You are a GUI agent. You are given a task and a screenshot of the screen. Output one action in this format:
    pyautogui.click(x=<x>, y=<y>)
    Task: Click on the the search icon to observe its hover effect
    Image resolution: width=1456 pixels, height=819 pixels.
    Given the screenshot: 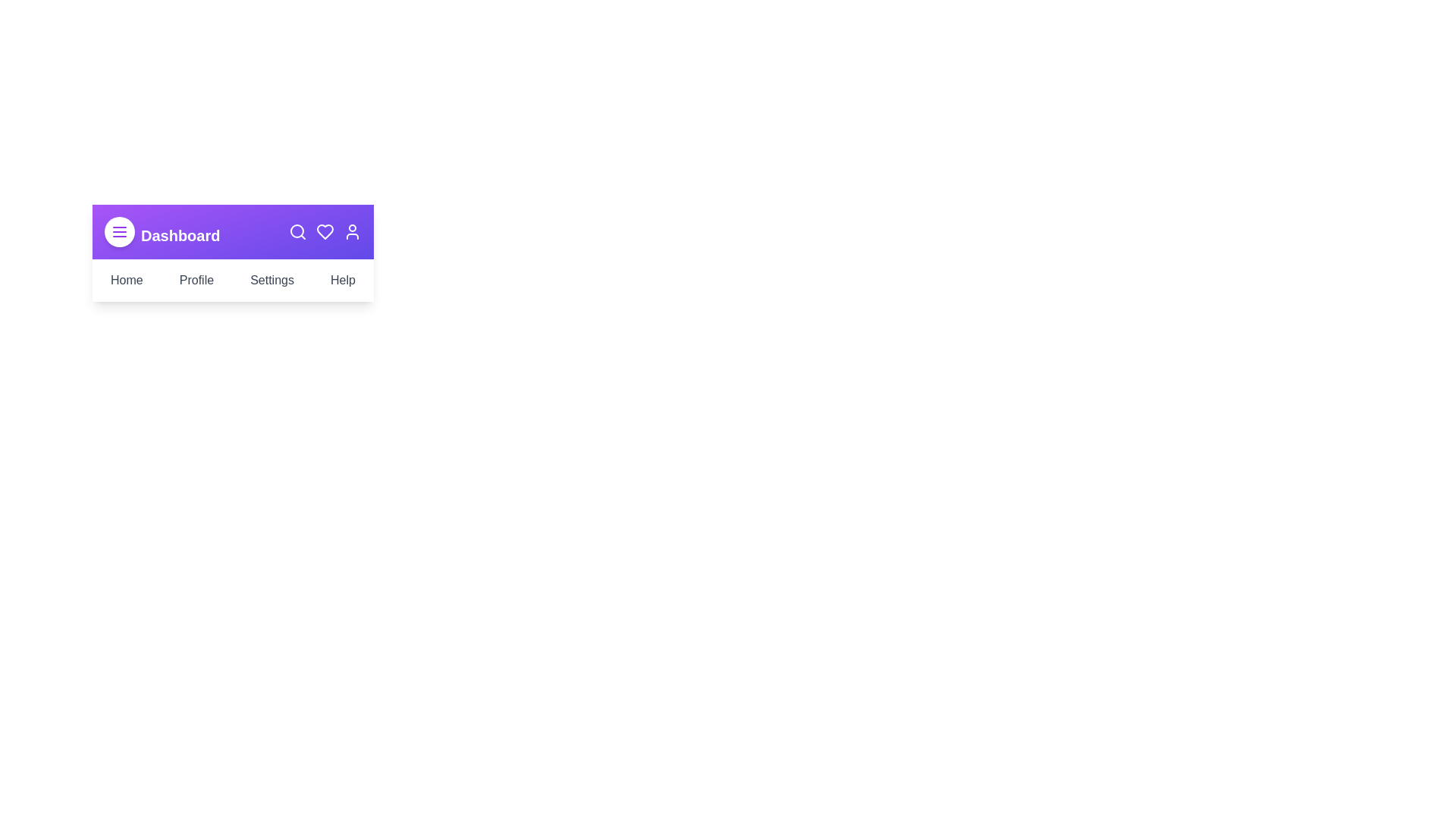 What is the action you would take?
    pyautogui.click(x=298, y=231)
    